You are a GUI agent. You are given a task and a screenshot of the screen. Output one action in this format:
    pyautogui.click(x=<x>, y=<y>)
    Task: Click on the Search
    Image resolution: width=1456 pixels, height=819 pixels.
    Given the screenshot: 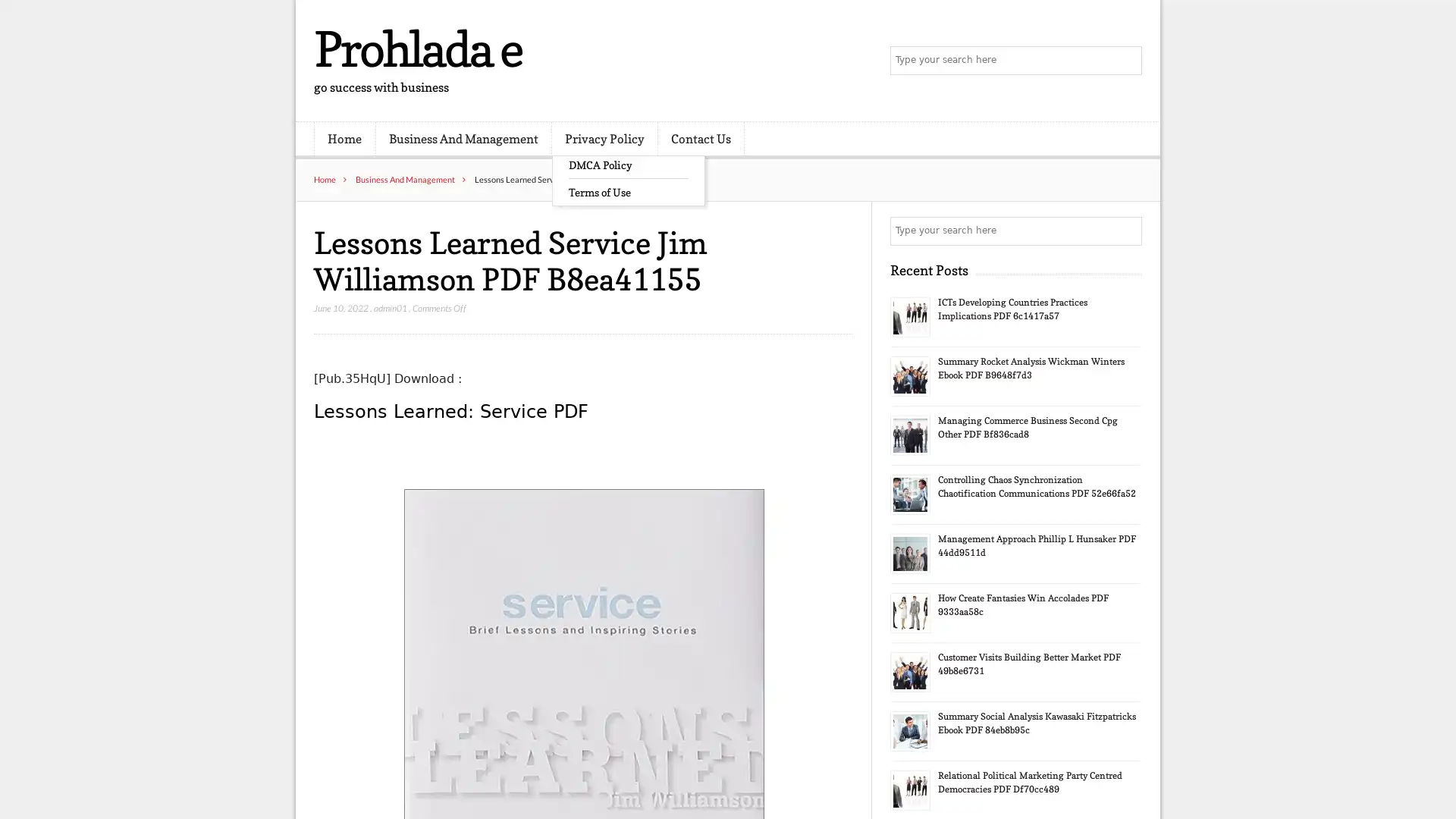 What is the action you would take?
    pyautogui.click(x=1126, y=61)
    